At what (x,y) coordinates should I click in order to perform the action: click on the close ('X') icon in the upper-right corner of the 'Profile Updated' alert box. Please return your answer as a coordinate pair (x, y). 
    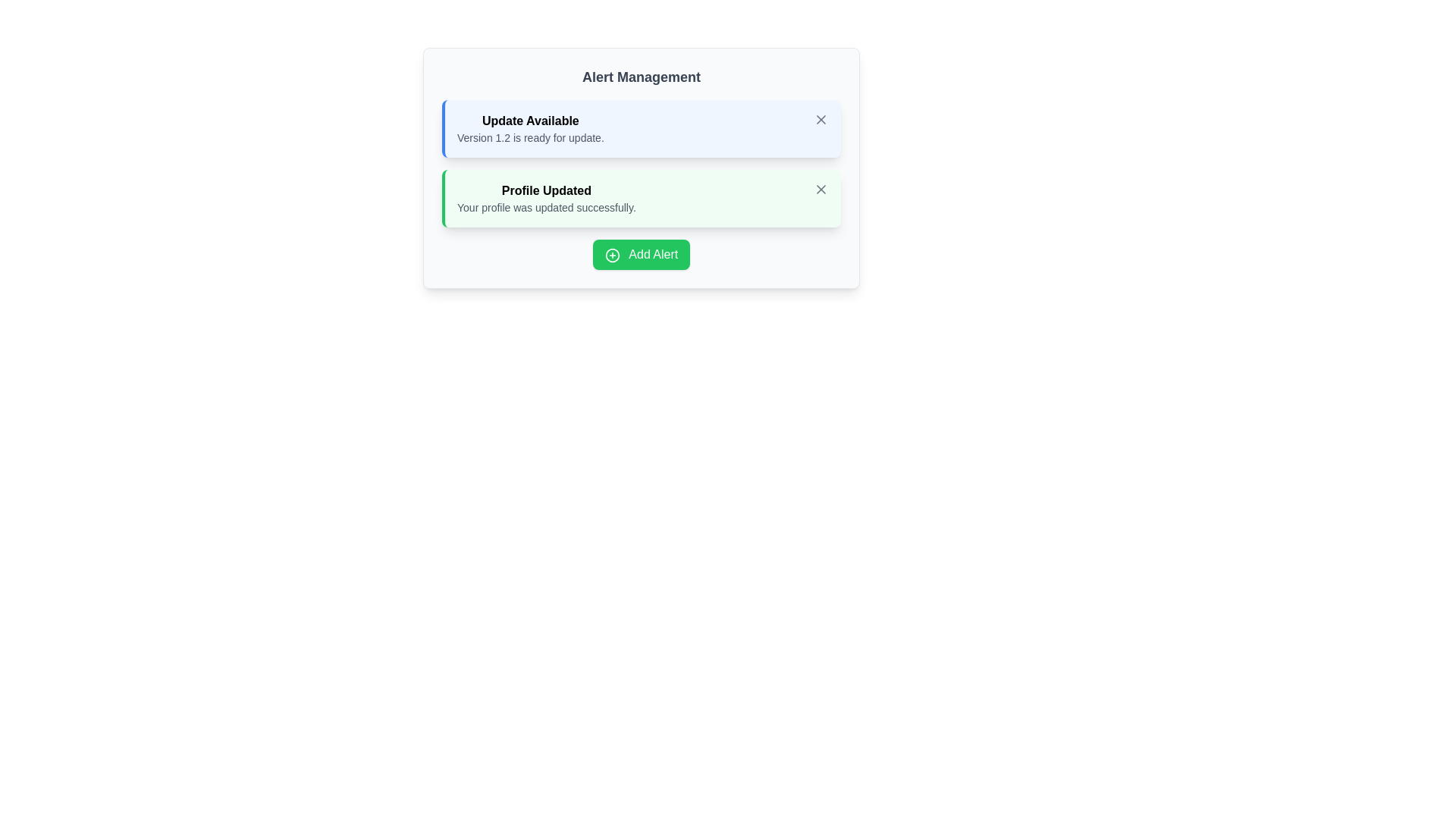
    Looking at the image, I should click on (821, 189).